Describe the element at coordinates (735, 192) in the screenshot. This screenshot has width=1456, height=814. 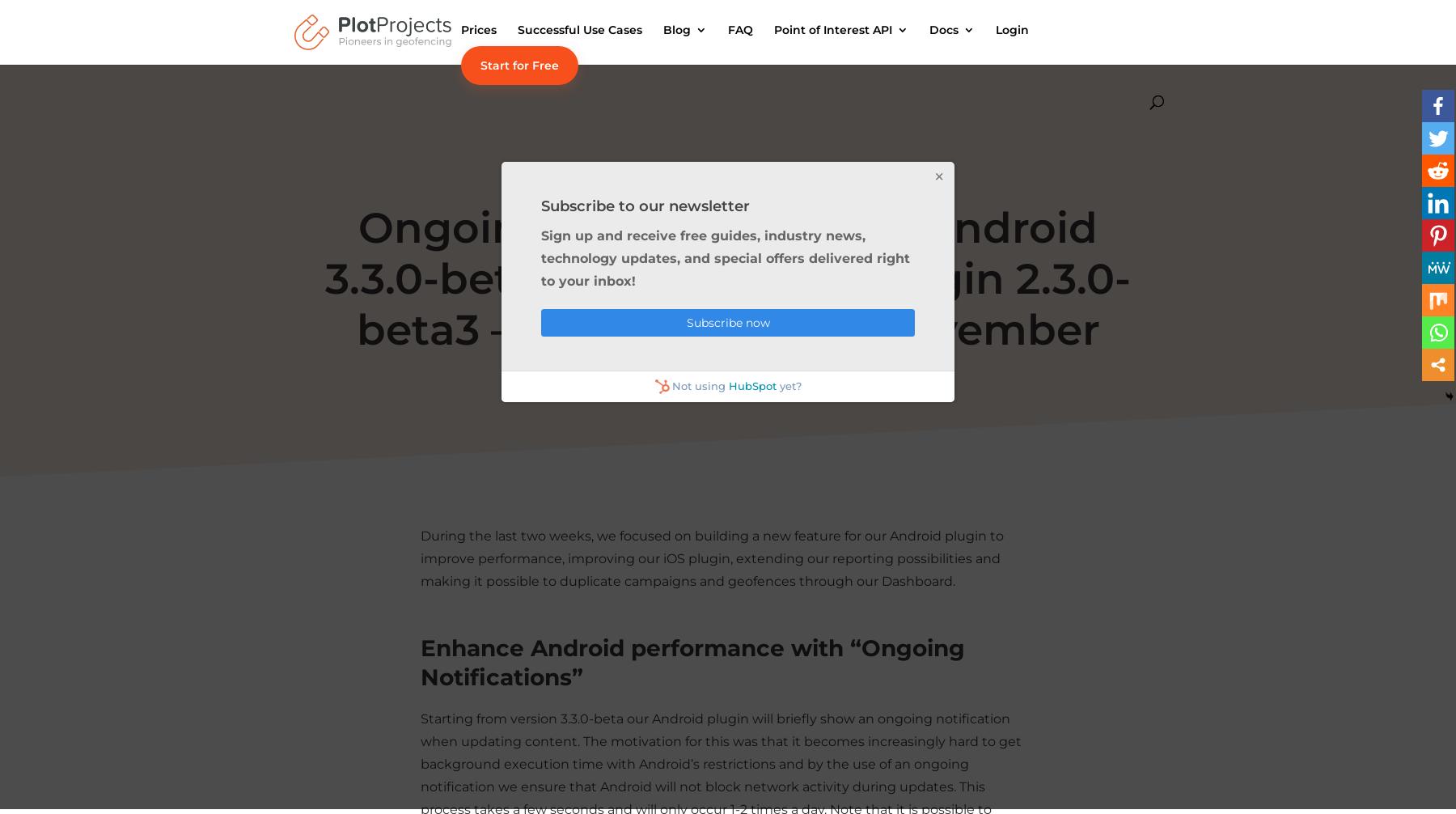
I see `'Retail Articles'` at that location.